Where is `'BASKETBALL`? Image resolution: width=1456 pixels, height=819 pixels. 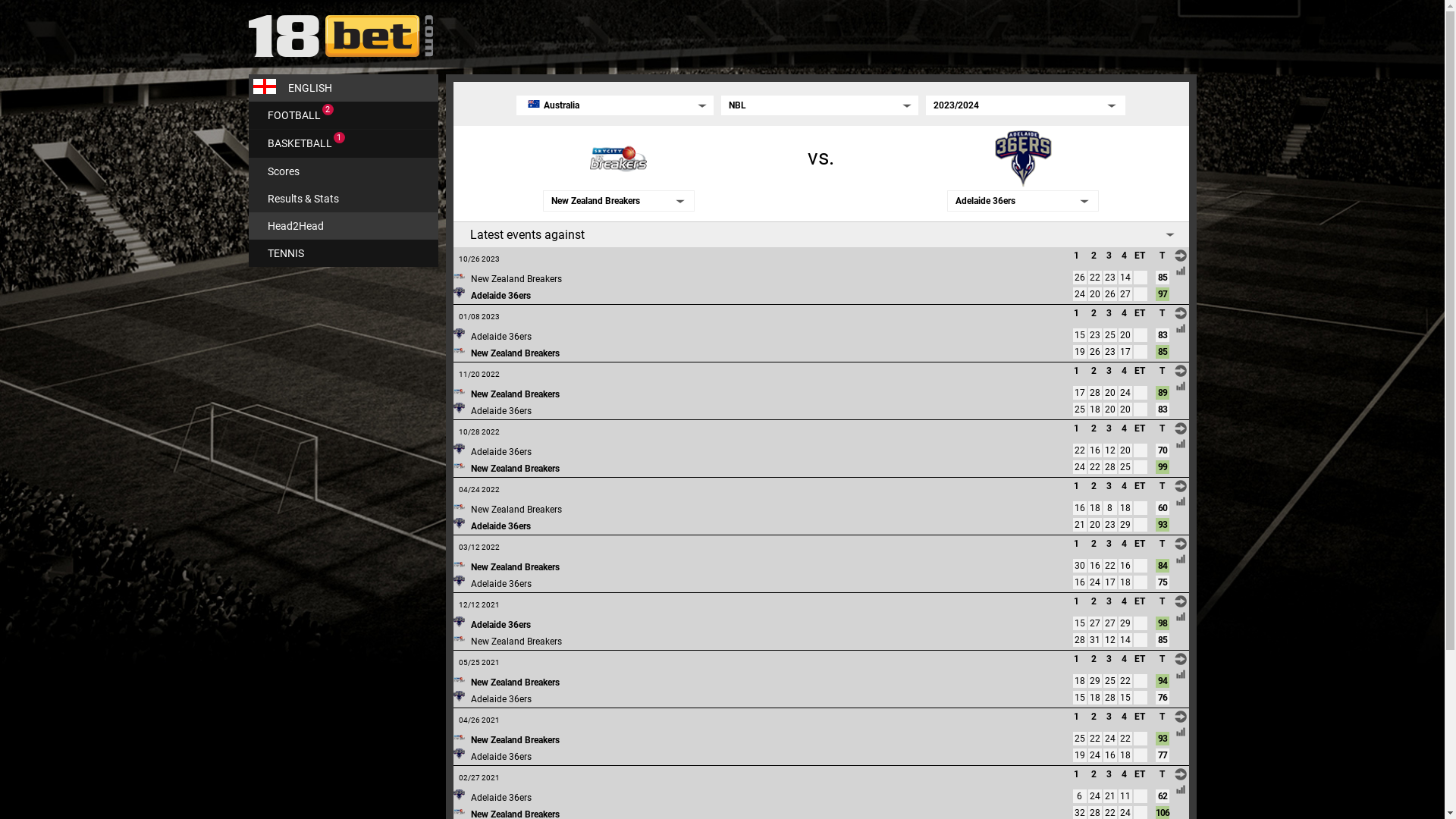
'BASKETBALL is located at coordinates (342, 143).